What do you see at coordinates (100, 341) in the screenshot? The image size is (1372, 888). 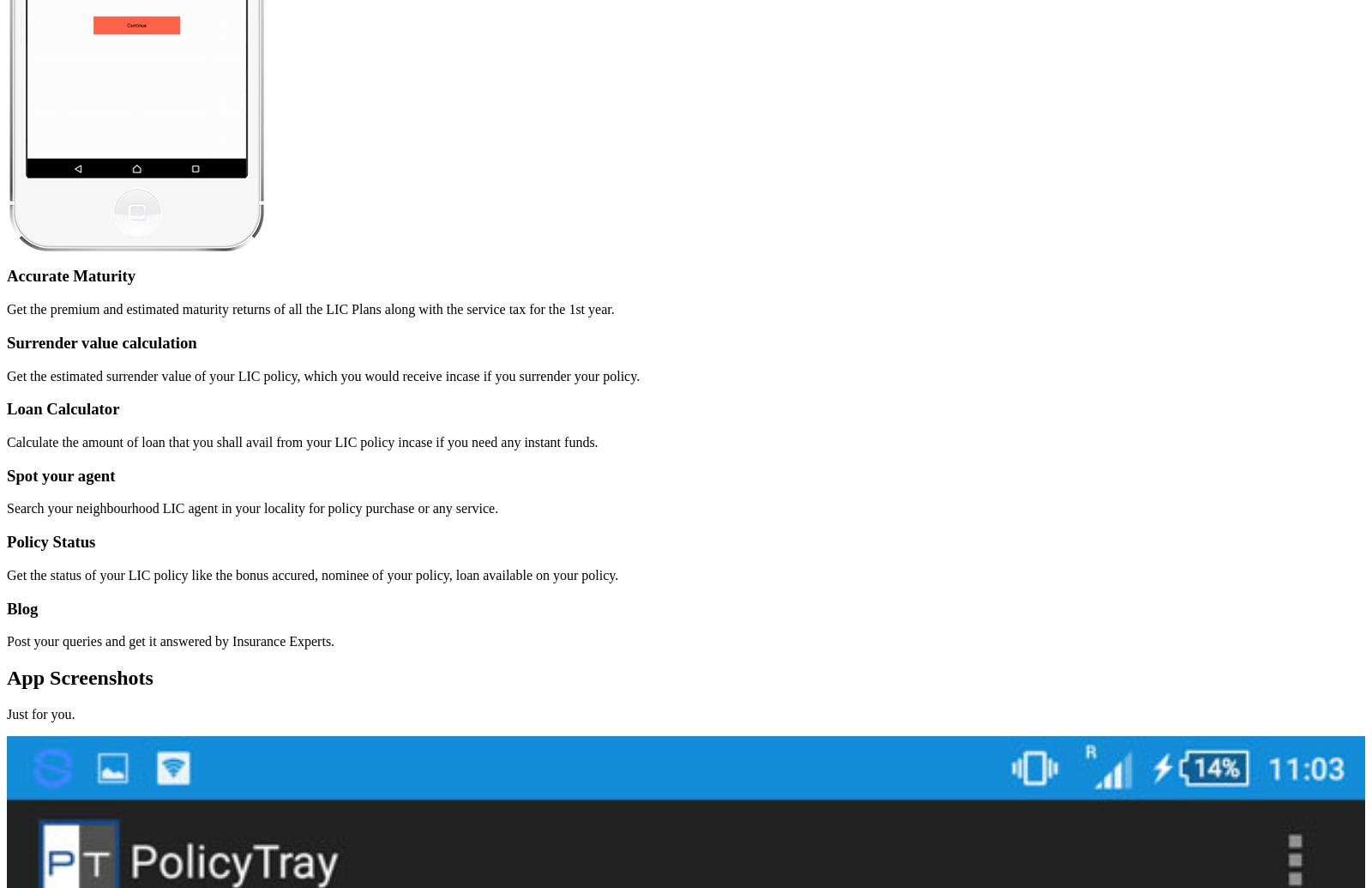 I see `'Surrender value calculation'` at bounding box center [100, 341].